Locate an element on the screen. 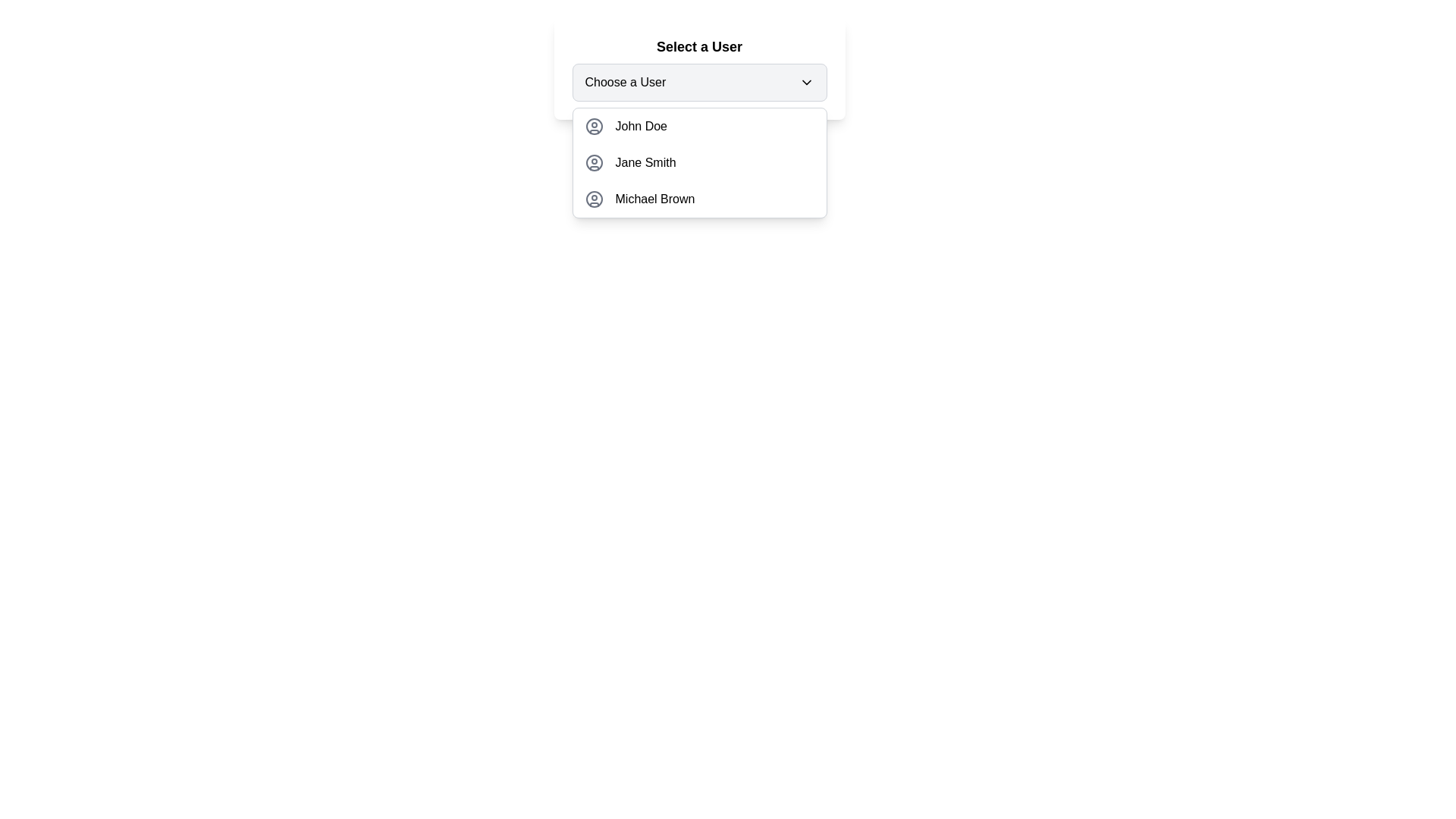 The height and width of the screenshot is (819, 1456). the user profile icon representing 'Michael Brown' in the dropdown menu, which is aligned to the left of the text 'Michael Brown' is located at coordinates (593, 198).